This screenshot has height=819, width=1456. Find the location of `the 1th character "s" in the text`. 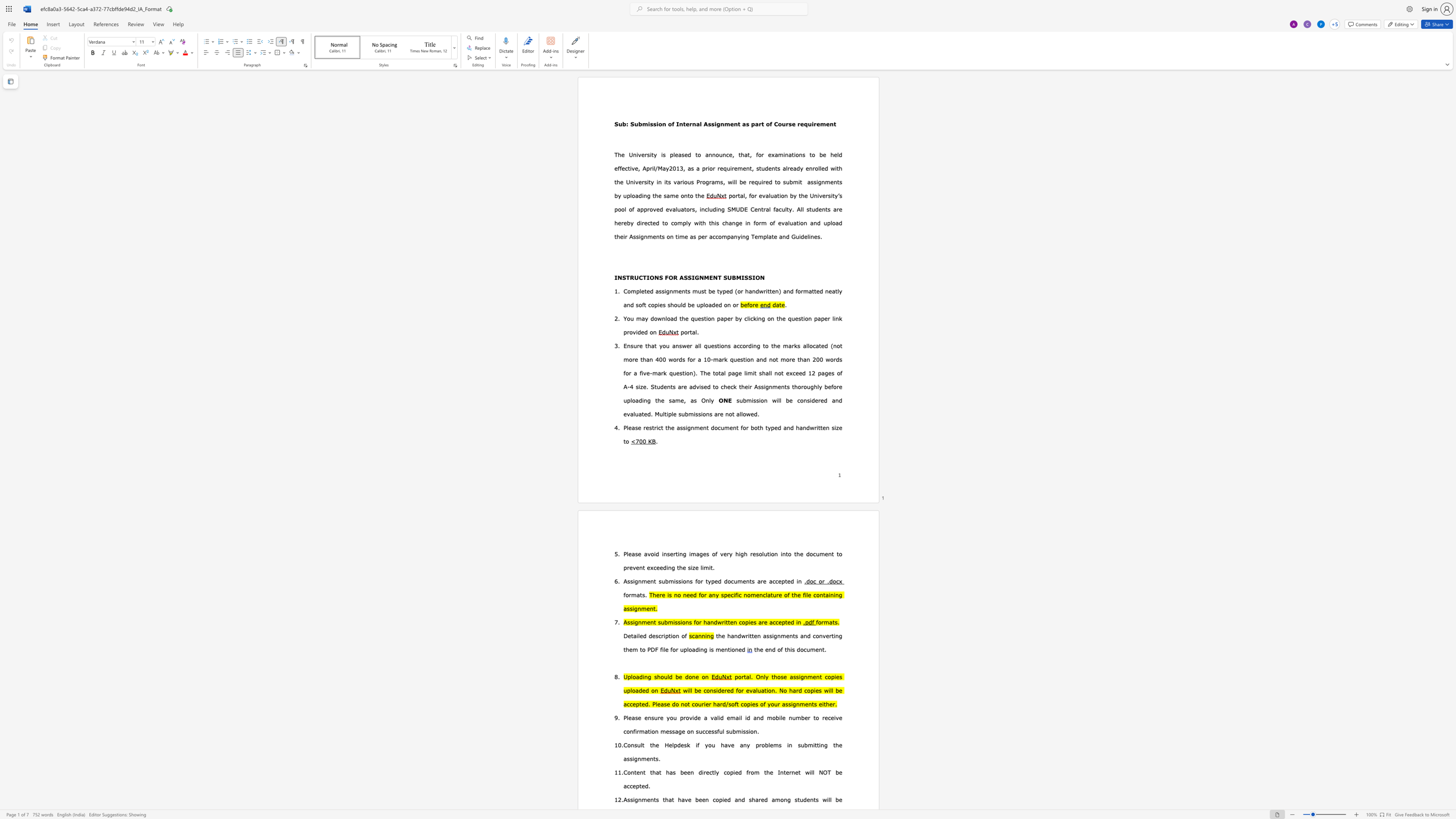

the 1th character "s" in the text is located at coordinates (651, 124).